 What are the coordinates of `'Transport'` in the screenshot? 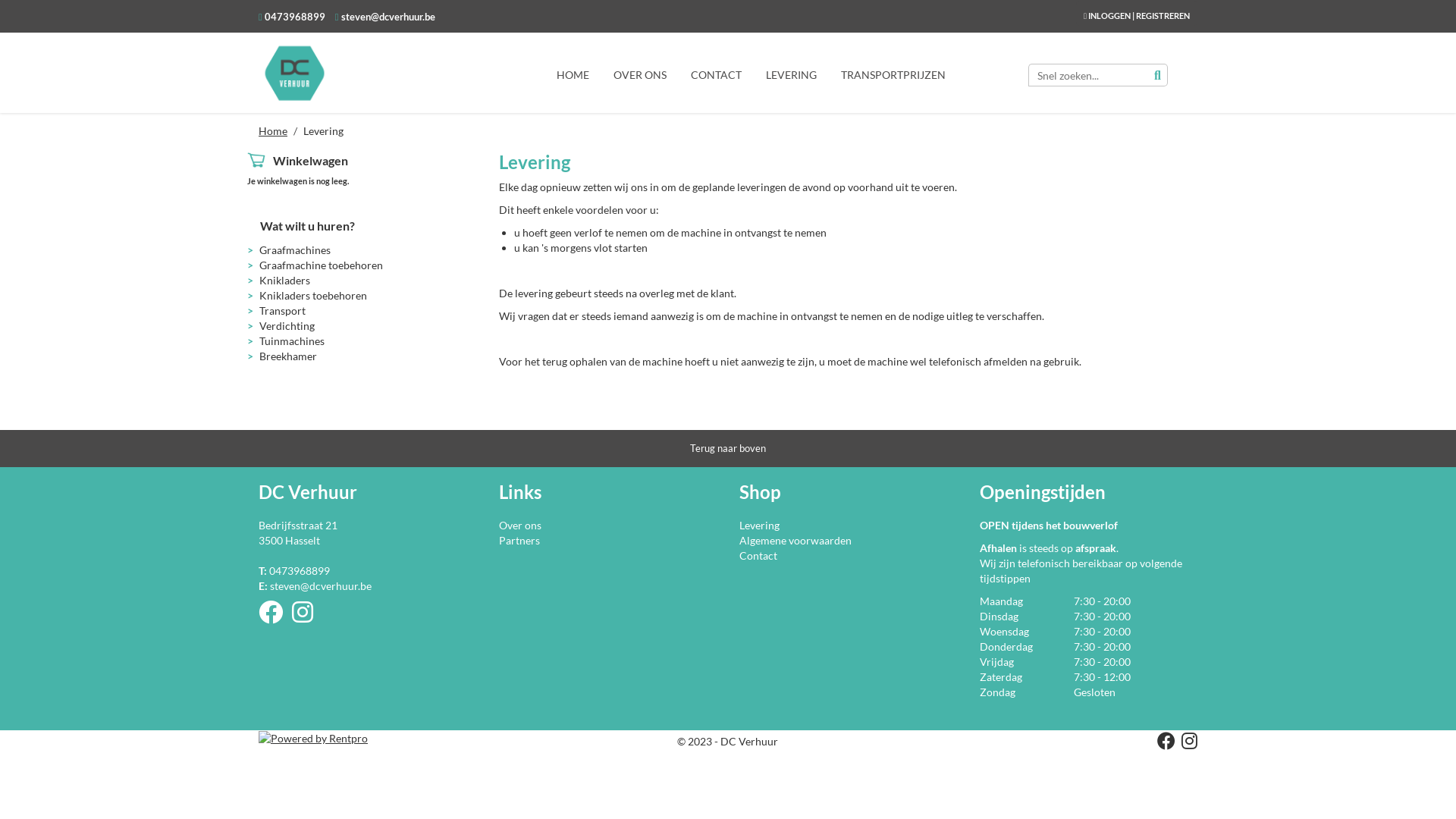 It's located at (282, 309).